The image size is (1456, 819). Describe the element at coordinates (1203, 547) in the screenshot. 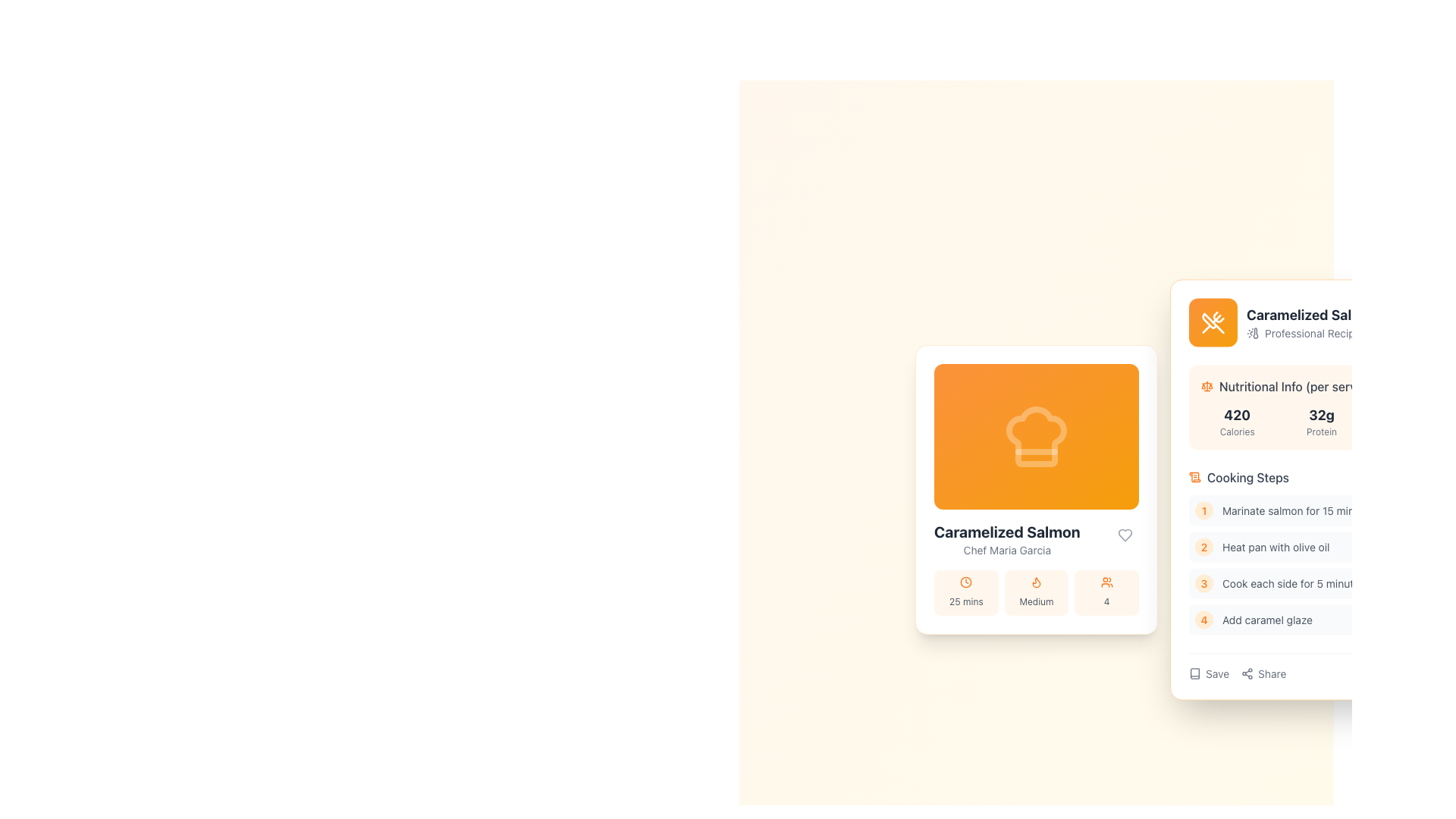

I see `the content of the step number indicator located on the left side of the 'Cooking Steps' section, which displays the sequence number for the cooking step 'Heat pan with olive oil'` at that location.